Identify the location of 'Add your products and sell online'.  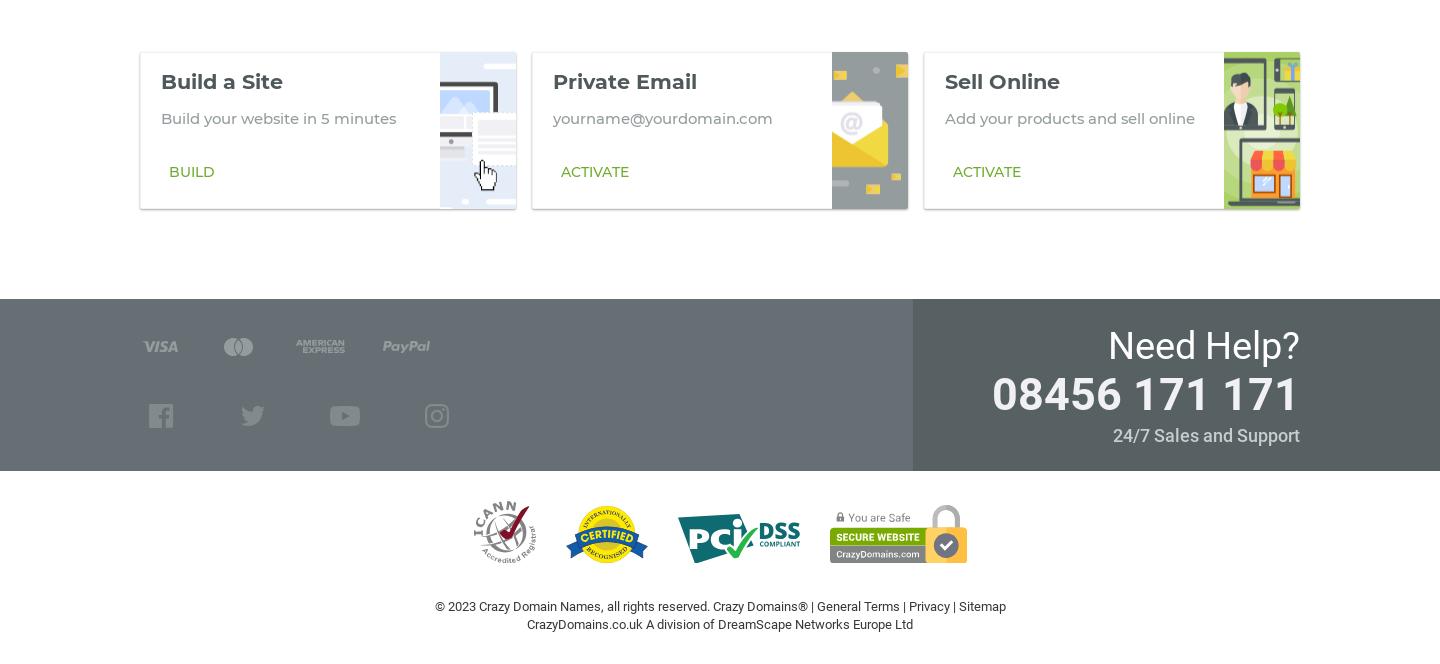
(1069, 117).